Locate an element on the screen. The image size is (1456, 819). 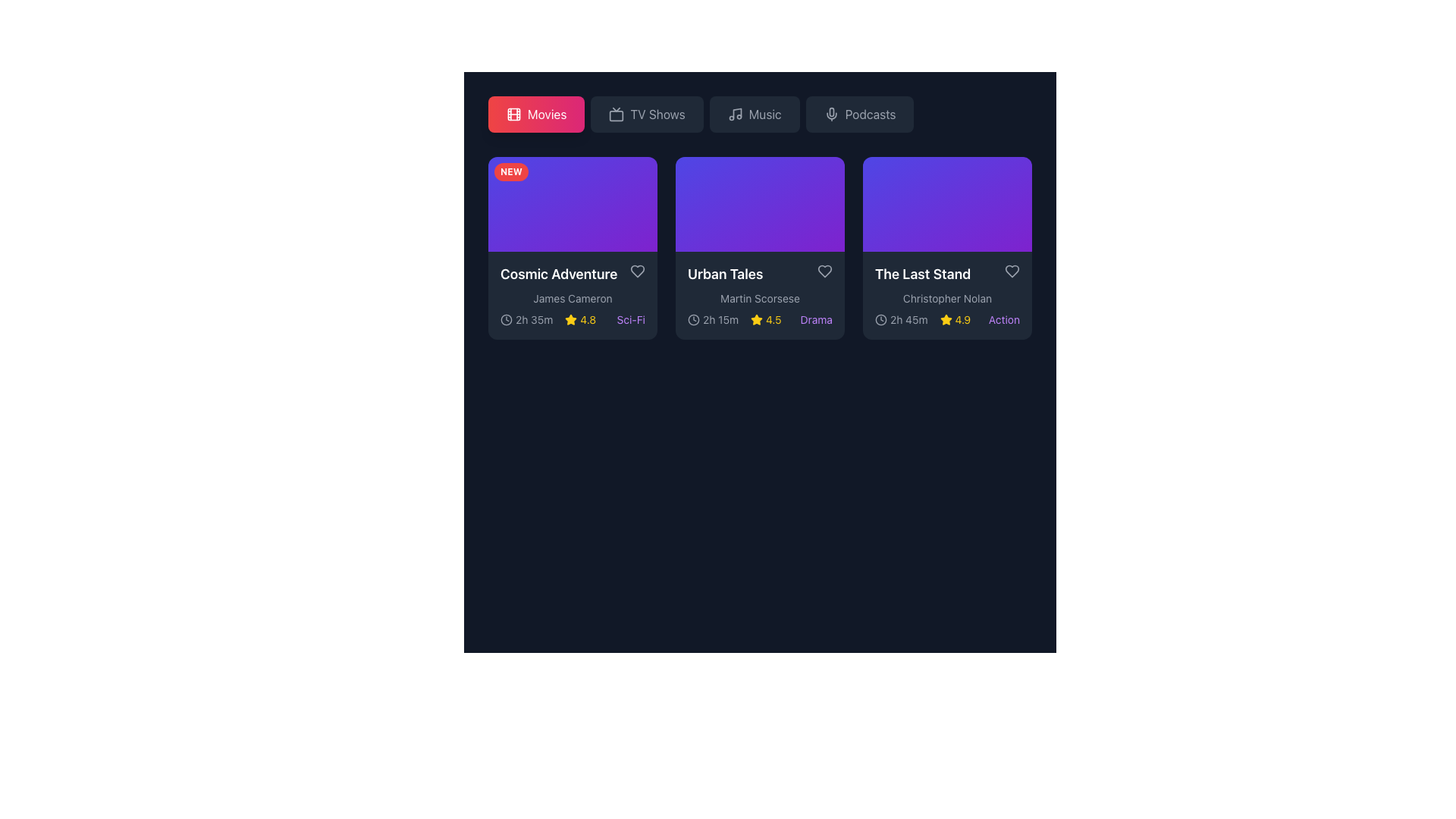
the informational display group for the movie that shows duration, rating, and genre, located below the 'Urban Tales' title and 'Martin Scorsese' label is located at coordinates (760, 319).